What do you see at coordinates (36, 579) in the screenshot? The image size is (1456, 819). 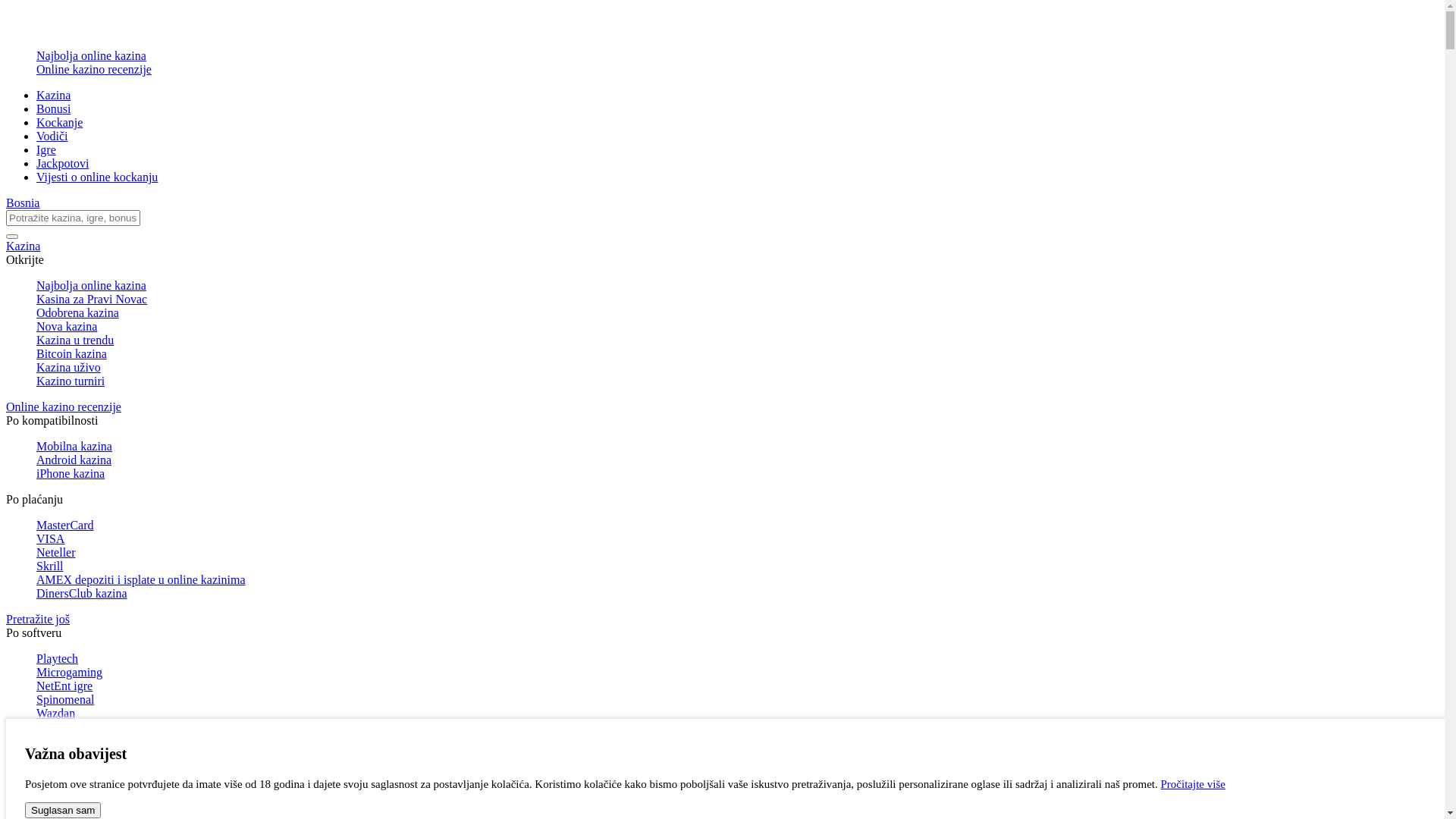 I see `'AMEX depoziti i isplate u online kazinima'` at bounding box center [36, 579].